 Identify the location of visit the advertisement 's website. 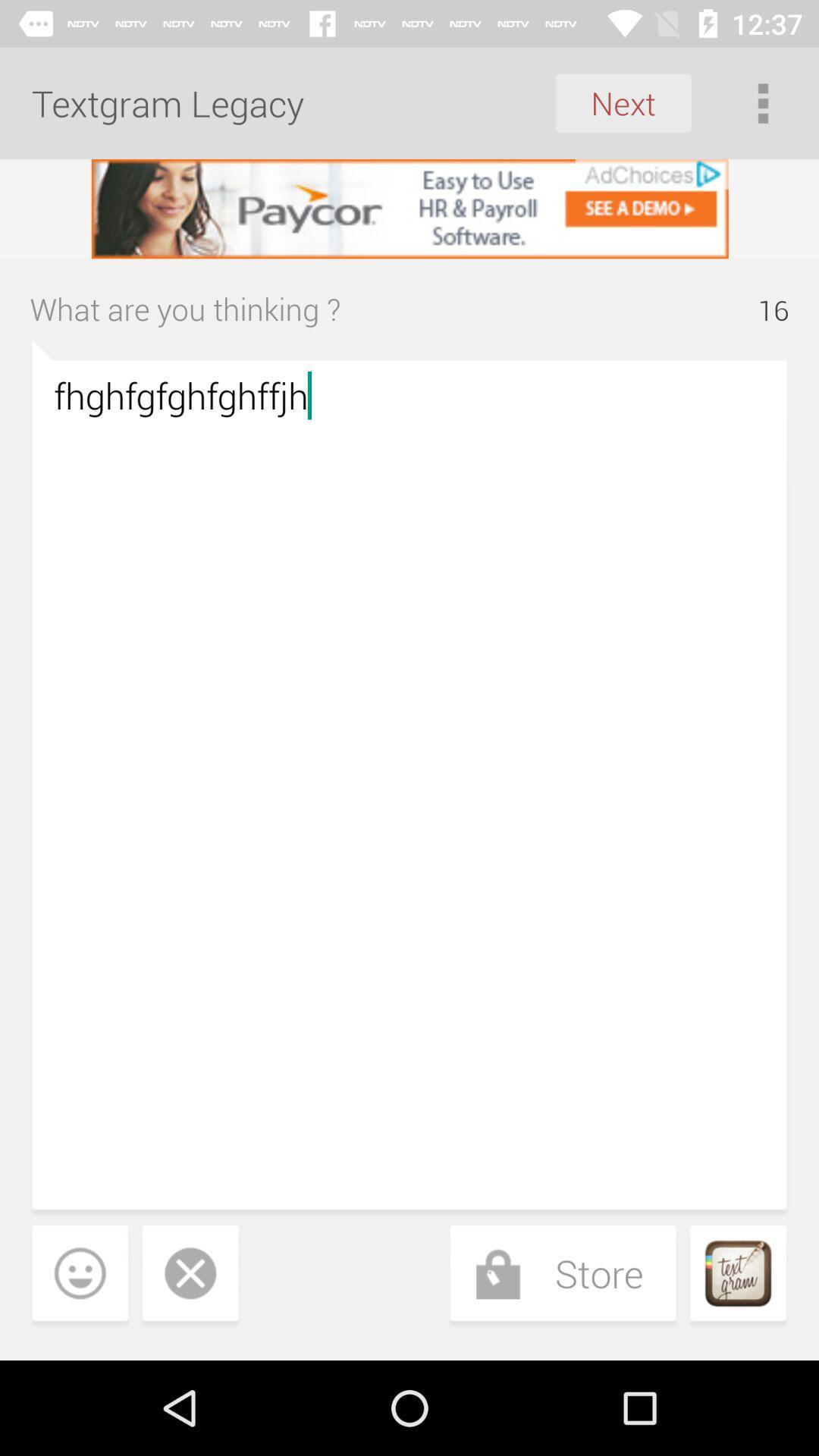
(409, 208).